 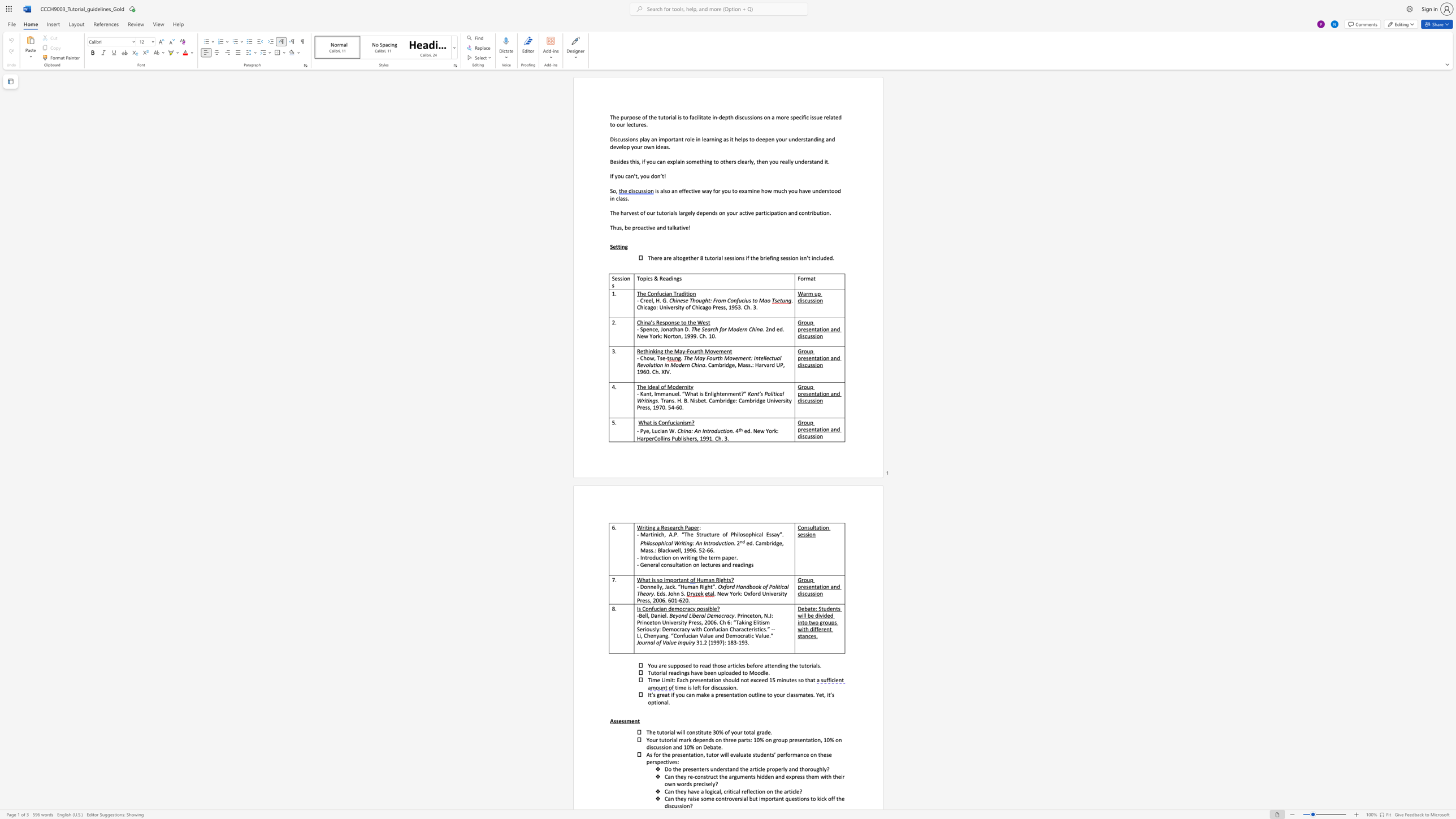 What do you see at coordinates (724, 431) in the screenshot?
I see `the subset text "ion" within the text "China: An Introduction."` at bounding box center [724, 431].